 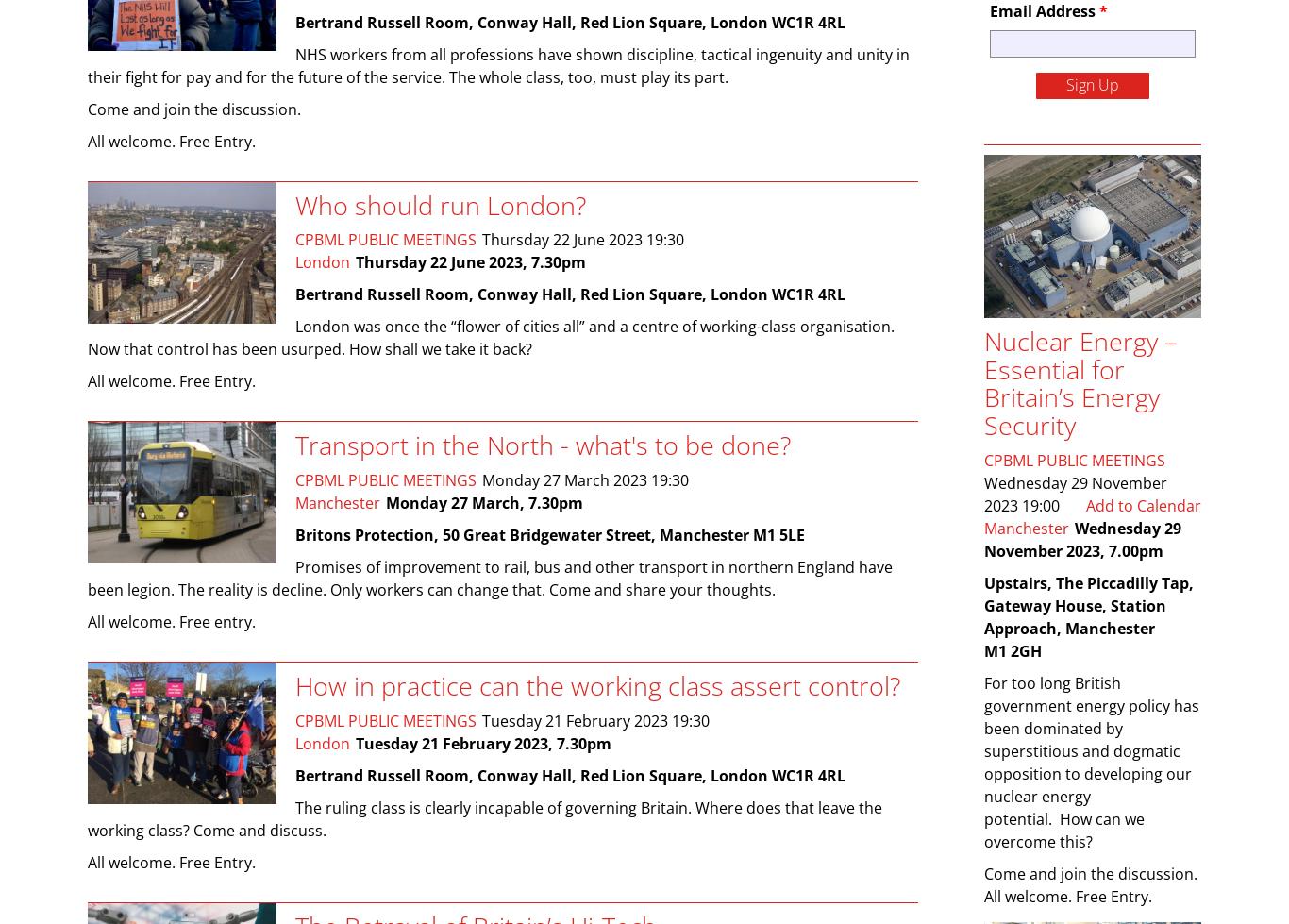 I want to click on 'Who should run London?', so click(x=294, y=204).